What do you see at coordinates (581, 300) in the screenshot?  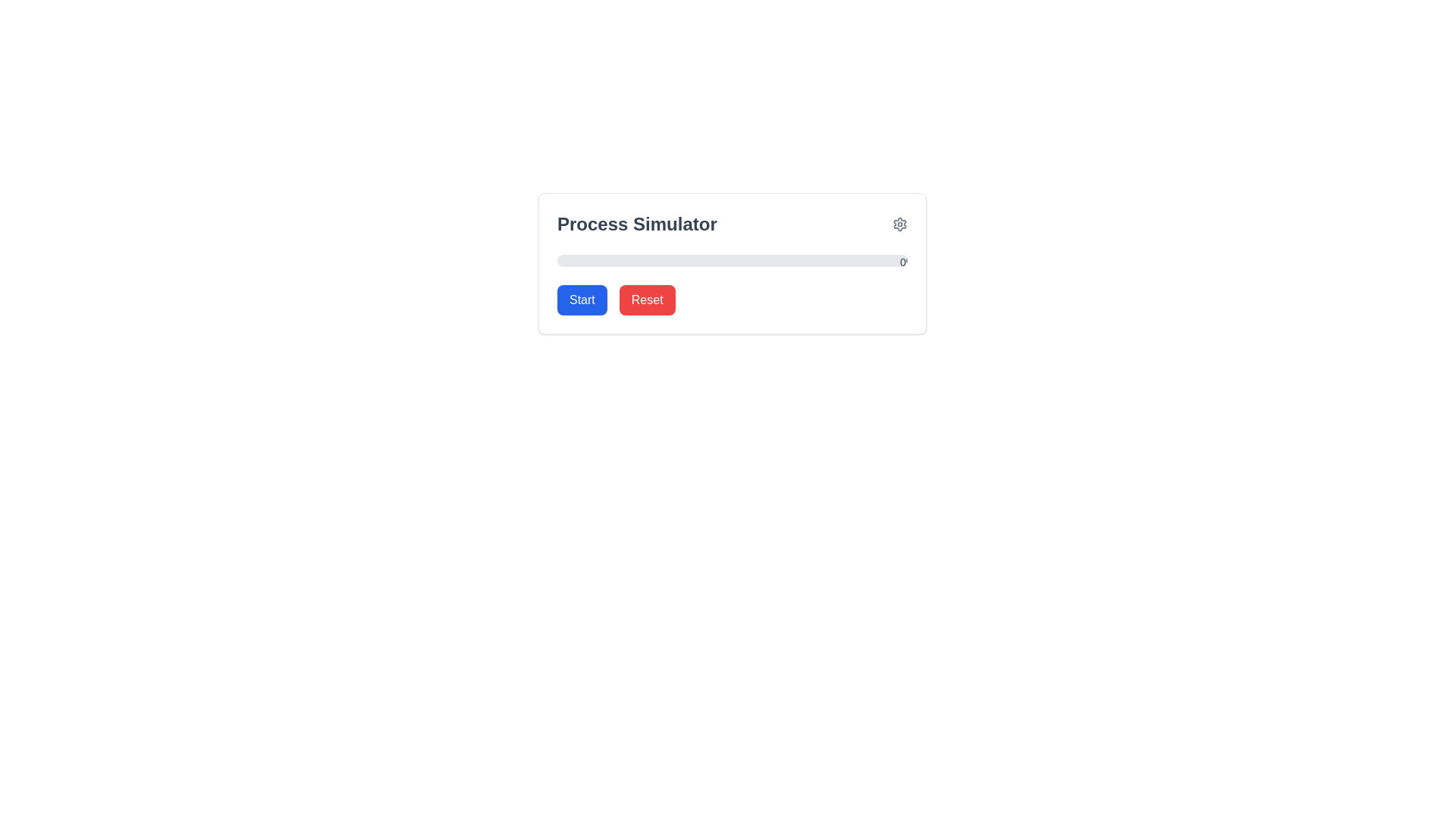 I see `the blue rectangular button labeled 'Start'` at bounding box center [581, 300].